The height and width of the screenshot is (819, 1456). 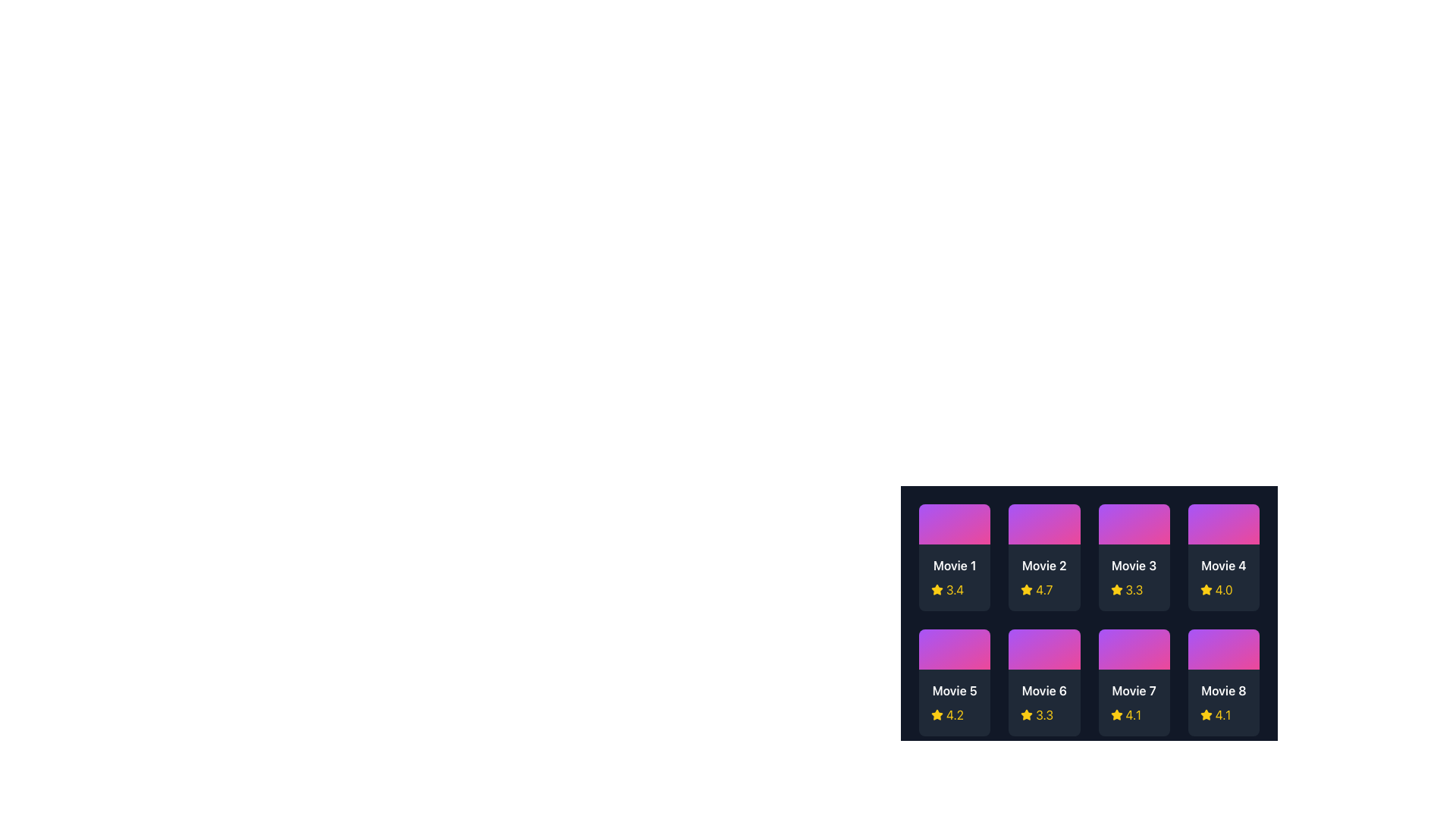 I want to click on the yellow star icon indicating a rating for the sixth movie item, located next to the score '3.3', so click(x=1027, y=715).